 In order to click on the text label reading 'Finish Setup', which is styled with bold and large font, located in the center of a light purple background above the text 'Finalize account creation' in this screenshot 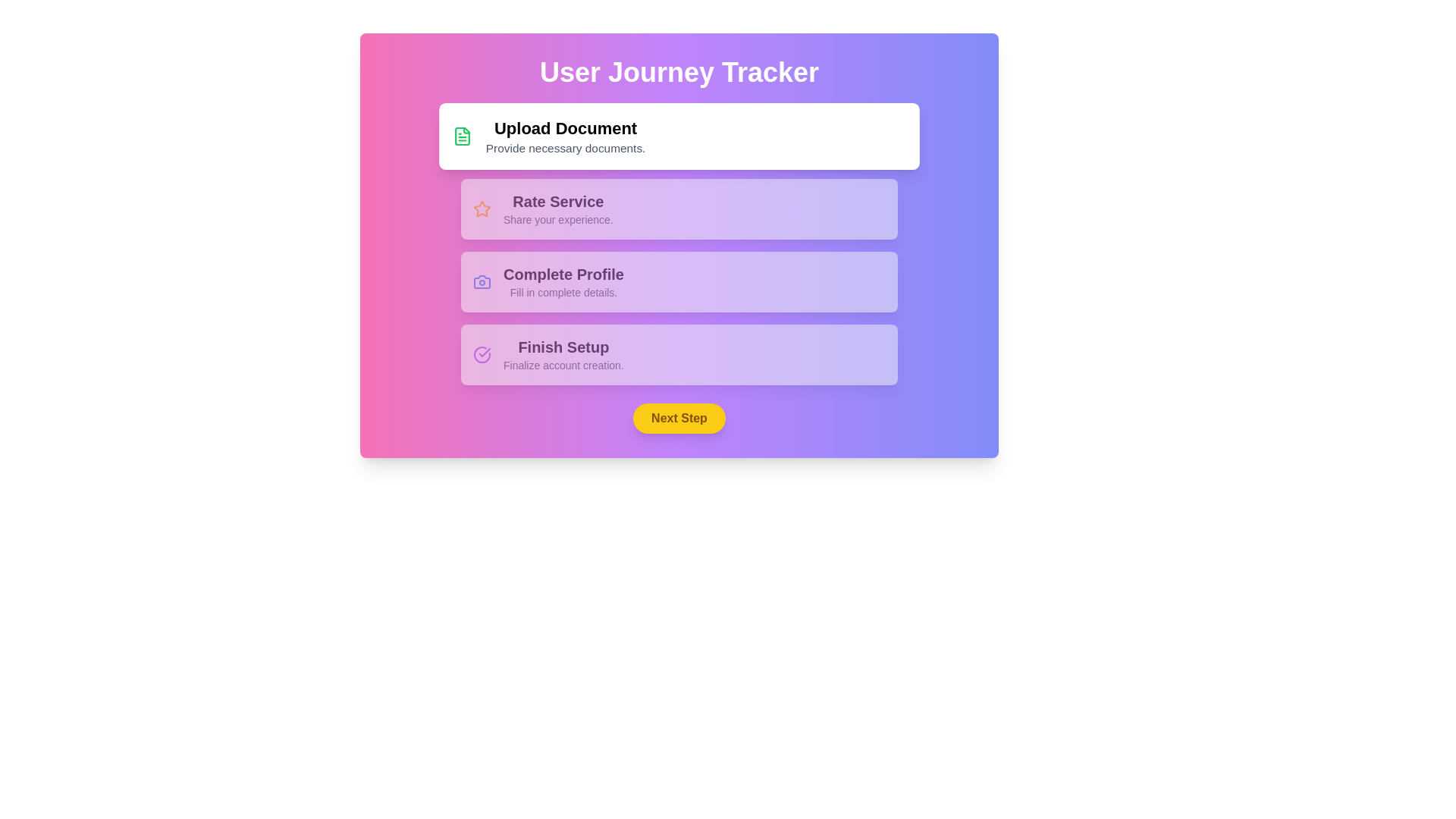, I will do `click(563, 347)`.